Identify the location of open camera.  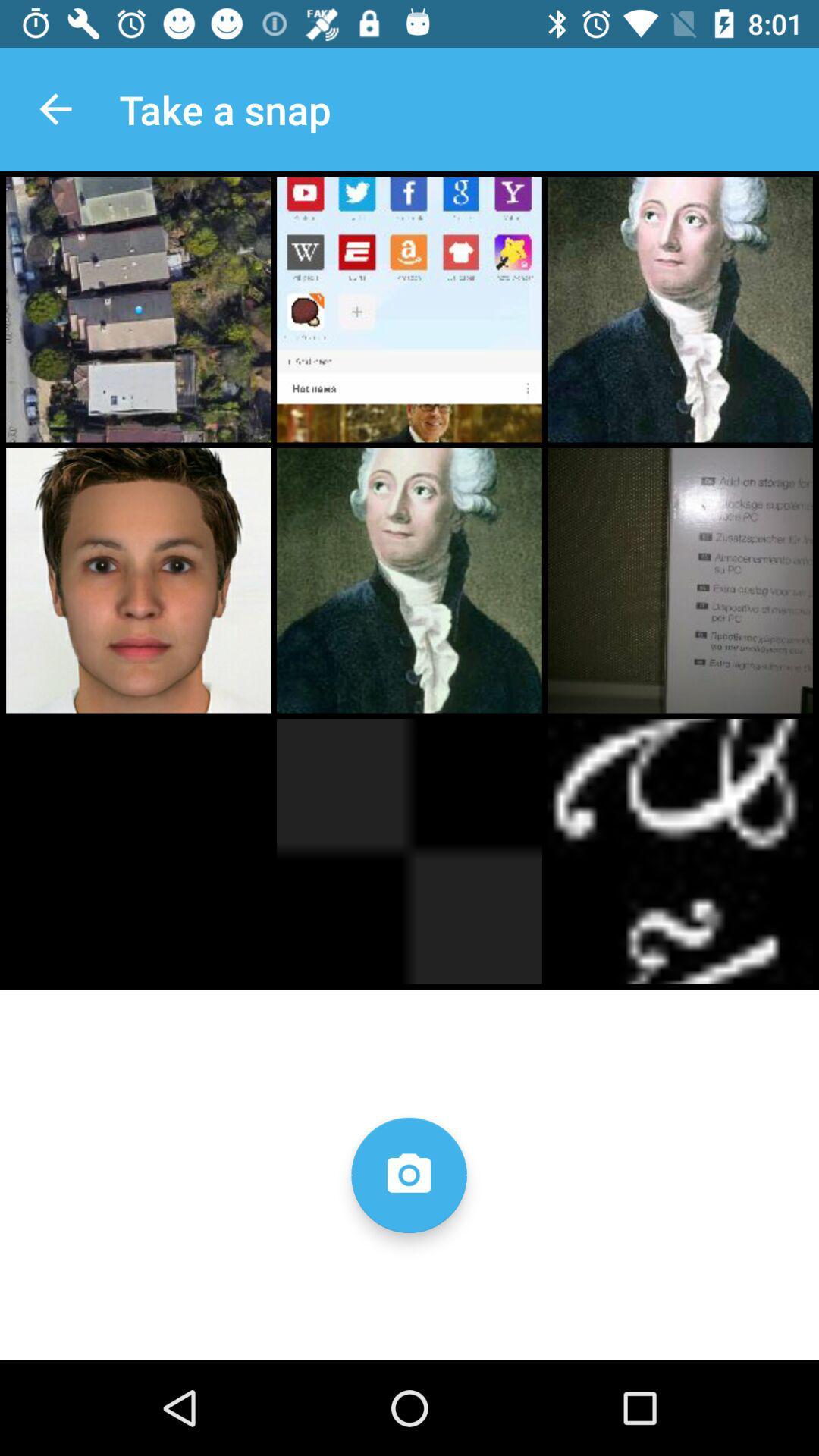
(408, 1174).